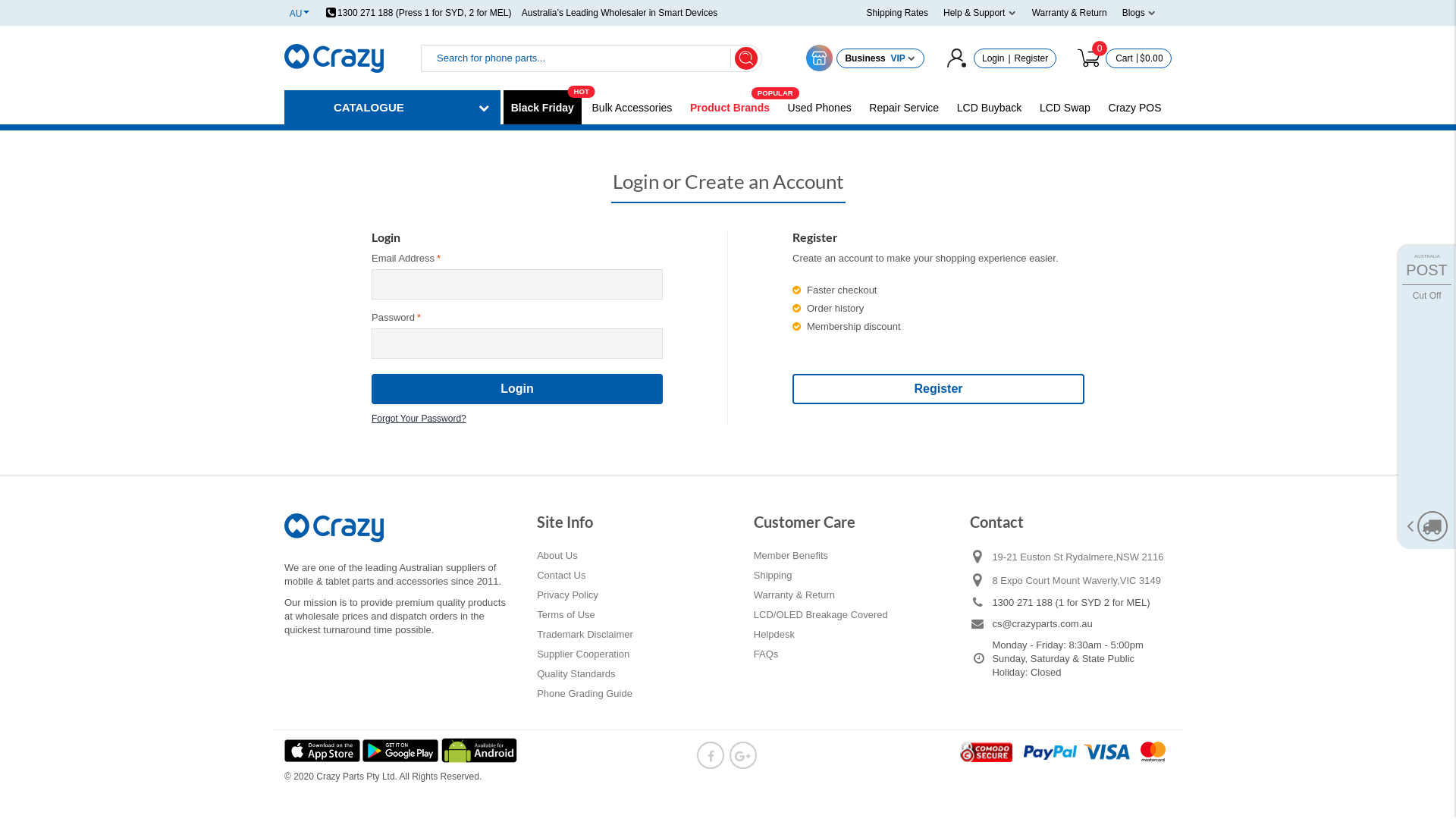 This screenshot has width=1456, height=819. I want to click on 'Facebook', so click(709, 755).